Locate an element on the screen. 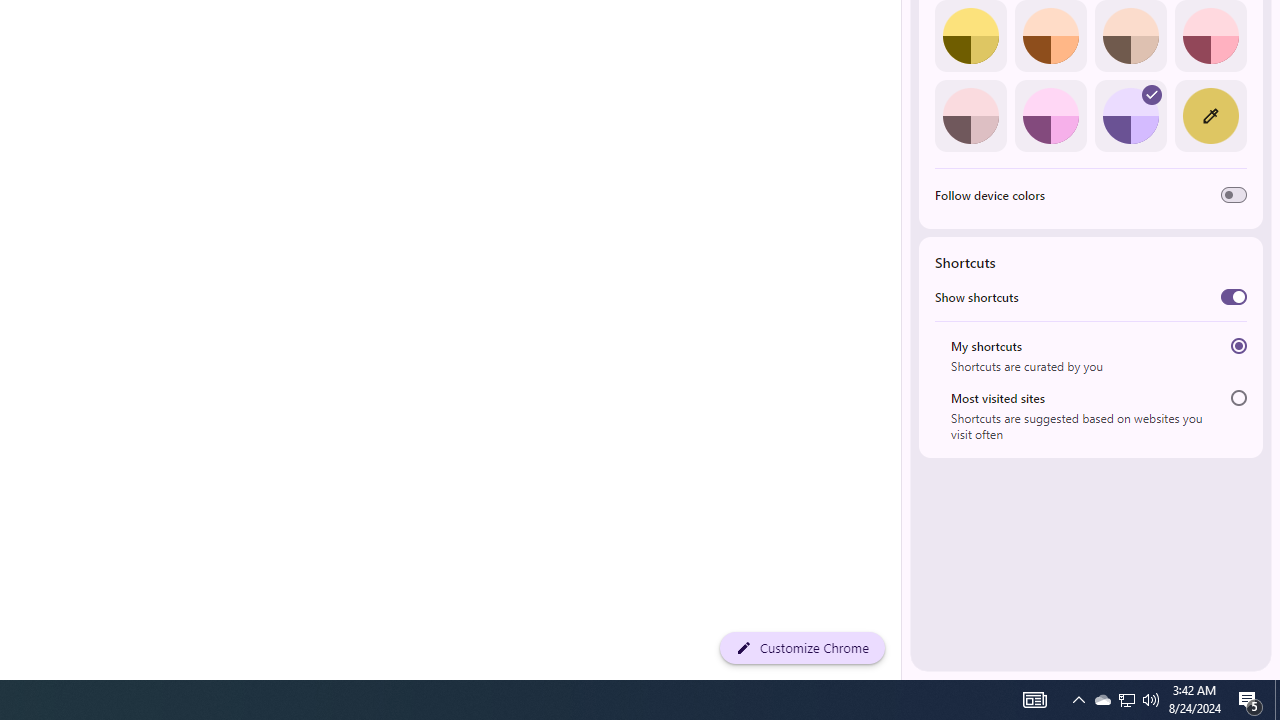 The image size is (1280, 720). 'AutomationID: svg' is located at coordinates (1152, 95).